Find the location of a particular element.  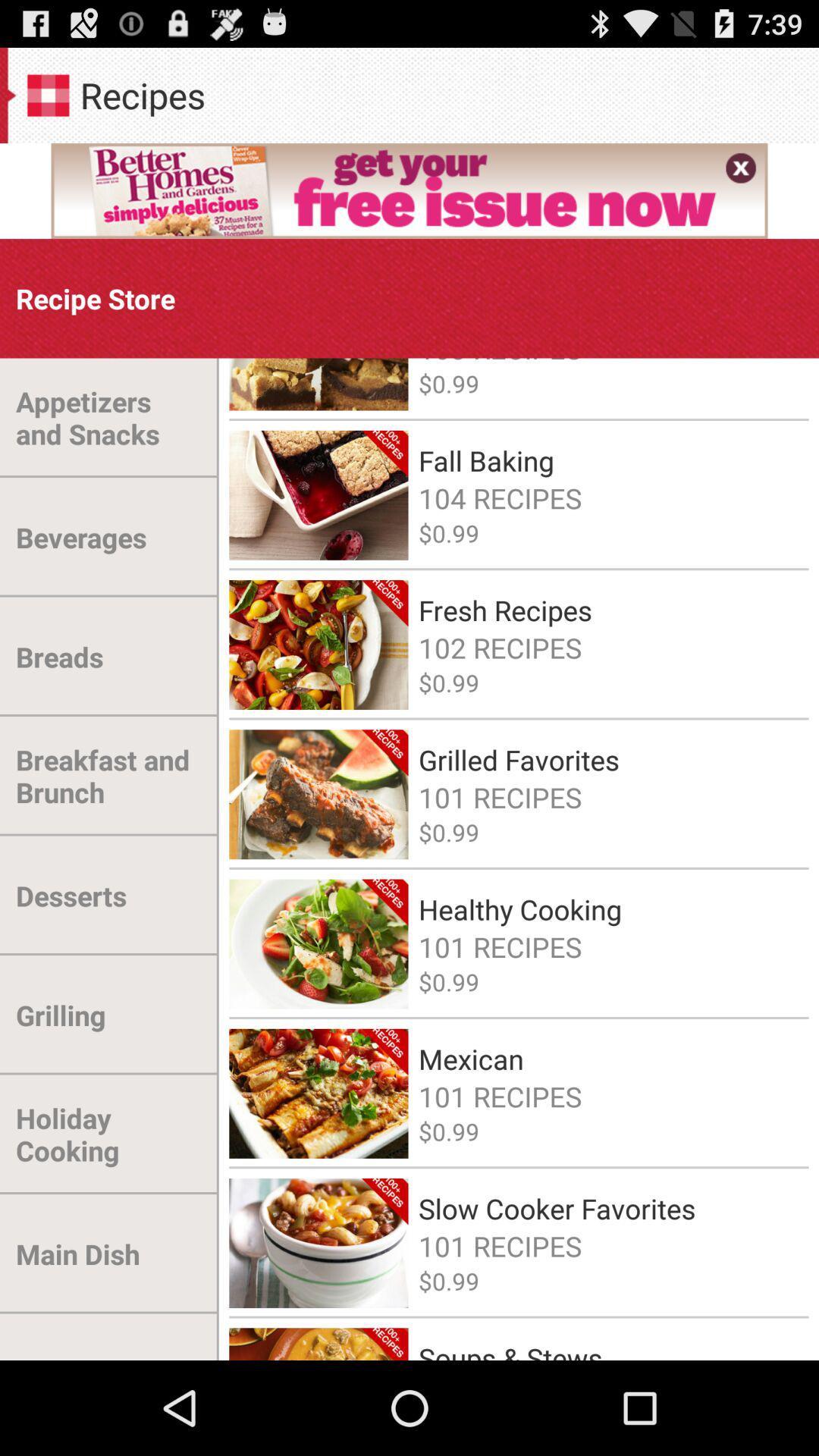

appetizers and snacks is located at coordinates (108, 418).